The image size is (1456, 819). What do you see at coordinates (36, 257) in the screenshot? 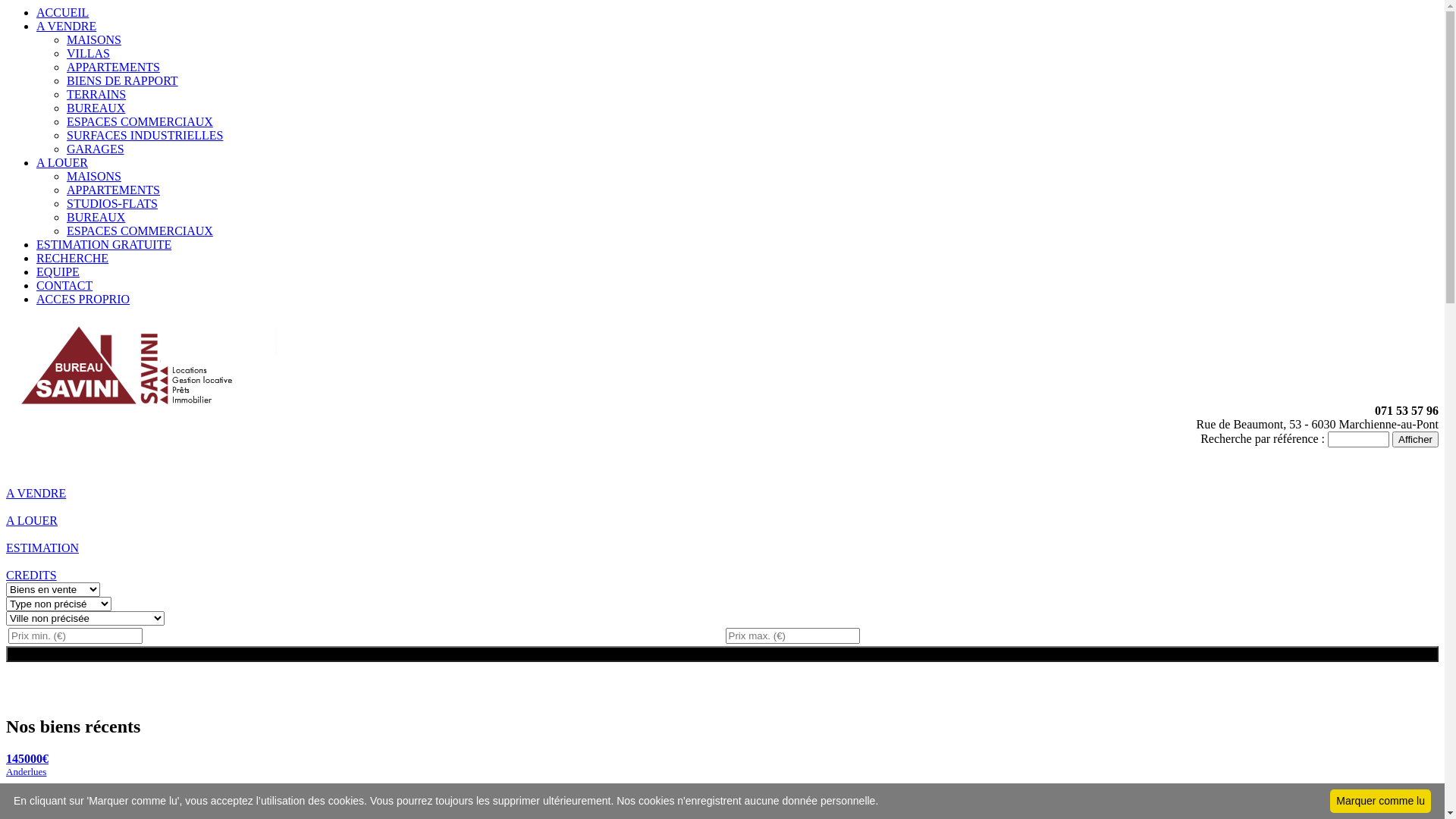
I see `'RECHERCHE'` at bounding box center [36, 257].